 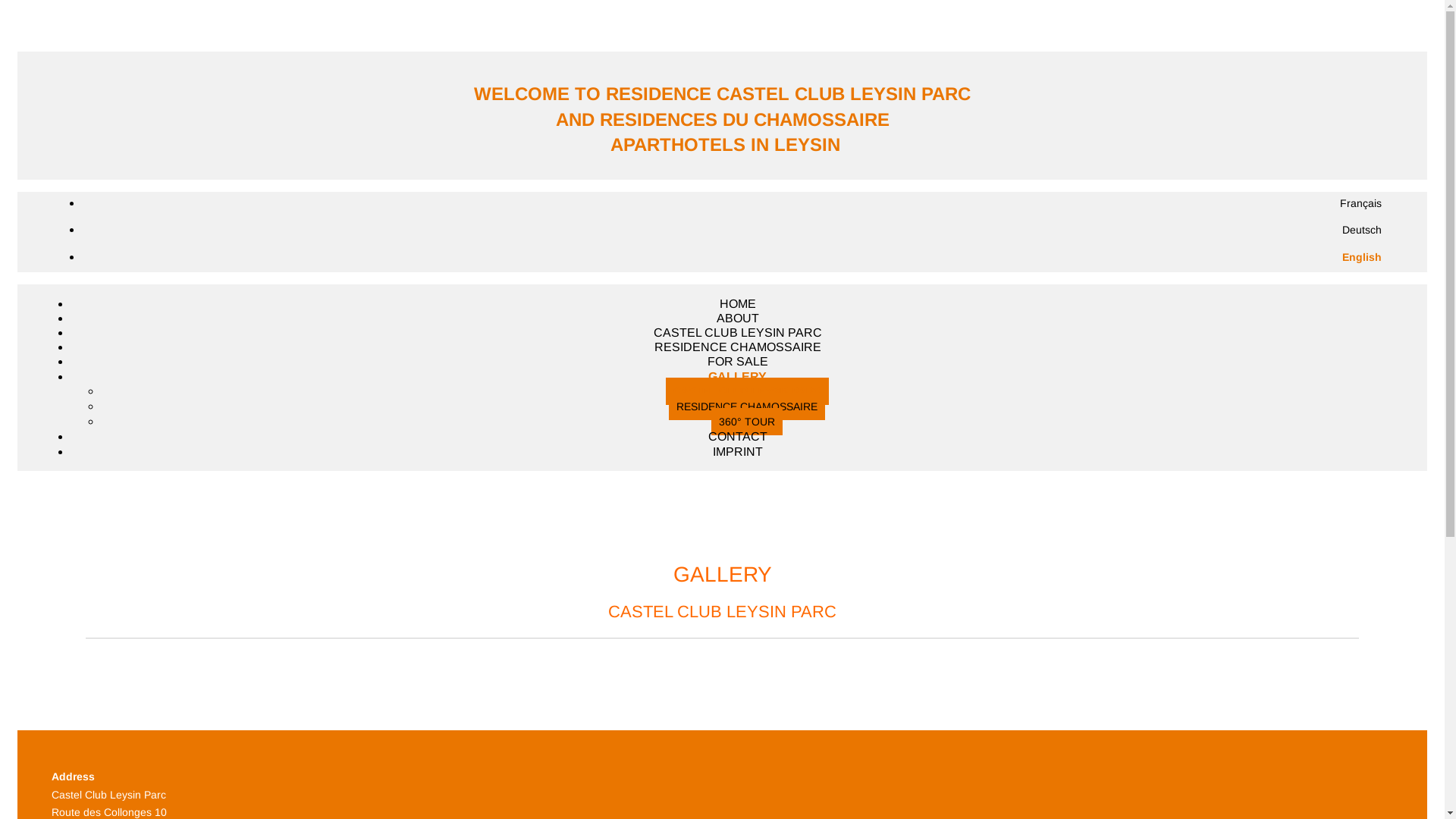 What do you see at coordinates (736, 317) in the screenshot?
I see `'ABOUT'` at bounding box center [736, 317].